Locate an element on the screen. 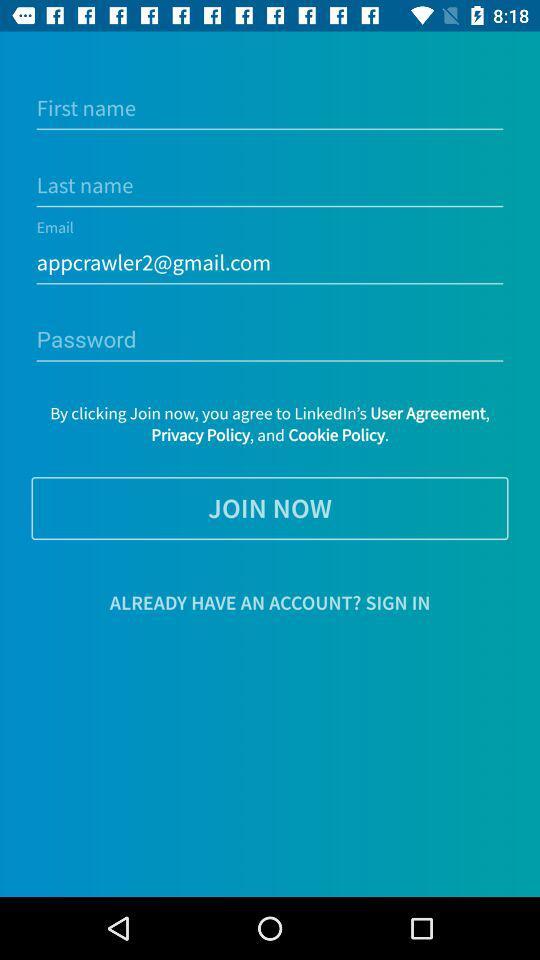  the already have an icon is located at coordinates (270, 601).